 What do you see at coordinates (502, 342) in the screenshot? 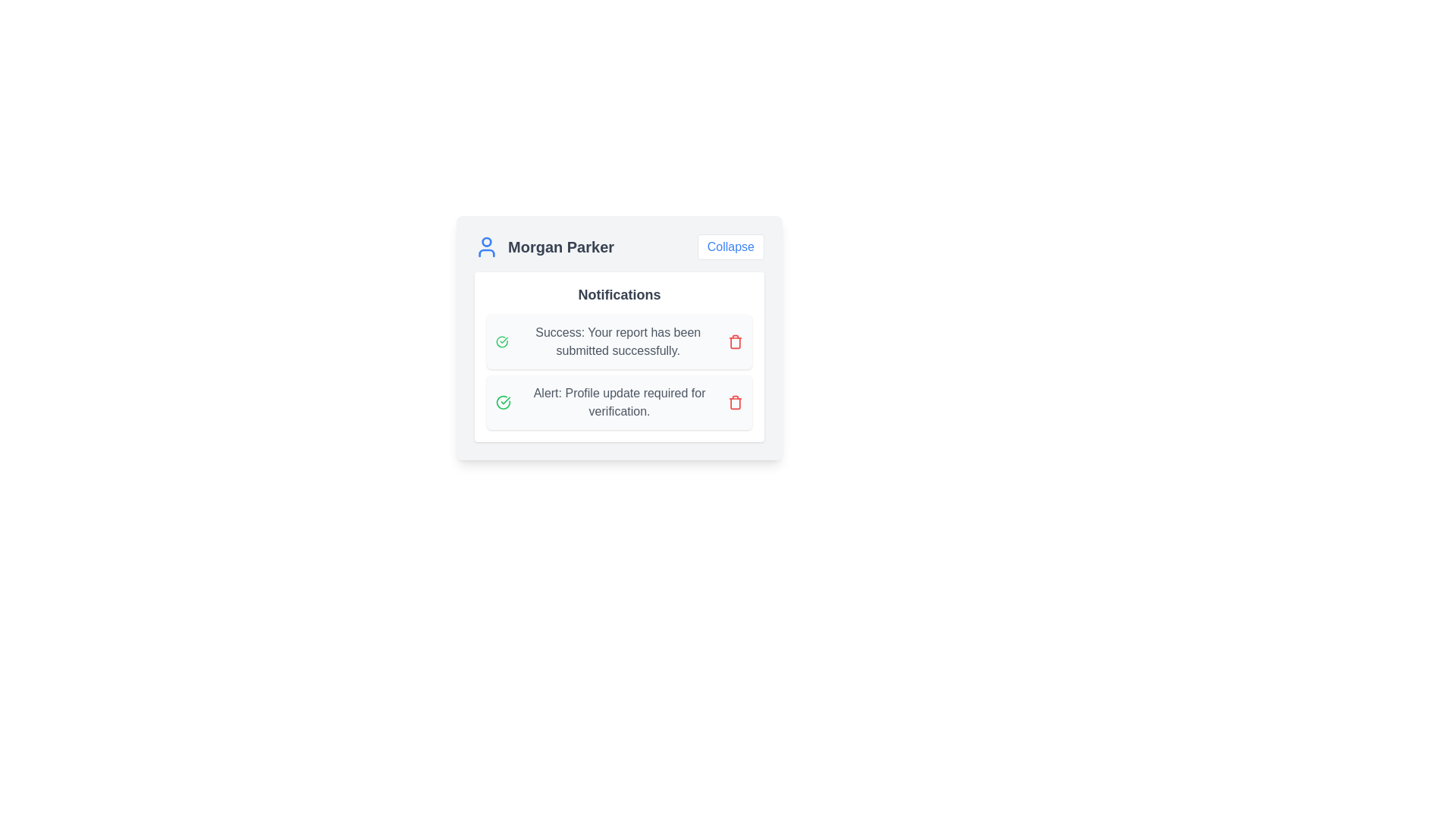
I see `the success icon located in the upper notification row of the card titled 'Notifications', positioned at the far left of the row that indicates 'Success: Your report has been submitted successfully.'` at bounding box center [502, 342].